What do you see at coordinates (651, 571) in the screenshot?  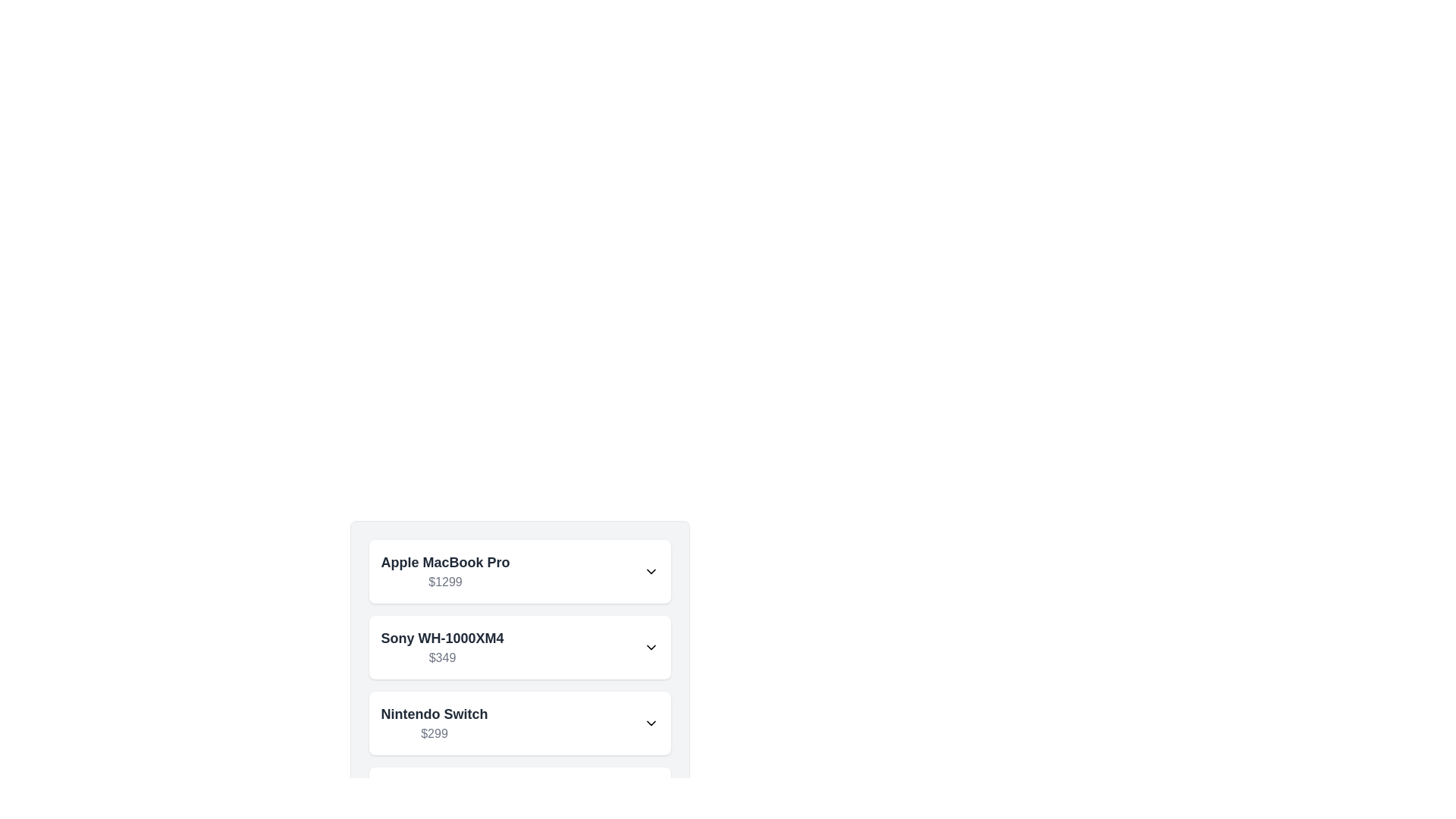 I see `the button with an interactive chevron icon located at the far right of the 'Apple MacBook Pro $1299' section` at bounding box center [651, 571].